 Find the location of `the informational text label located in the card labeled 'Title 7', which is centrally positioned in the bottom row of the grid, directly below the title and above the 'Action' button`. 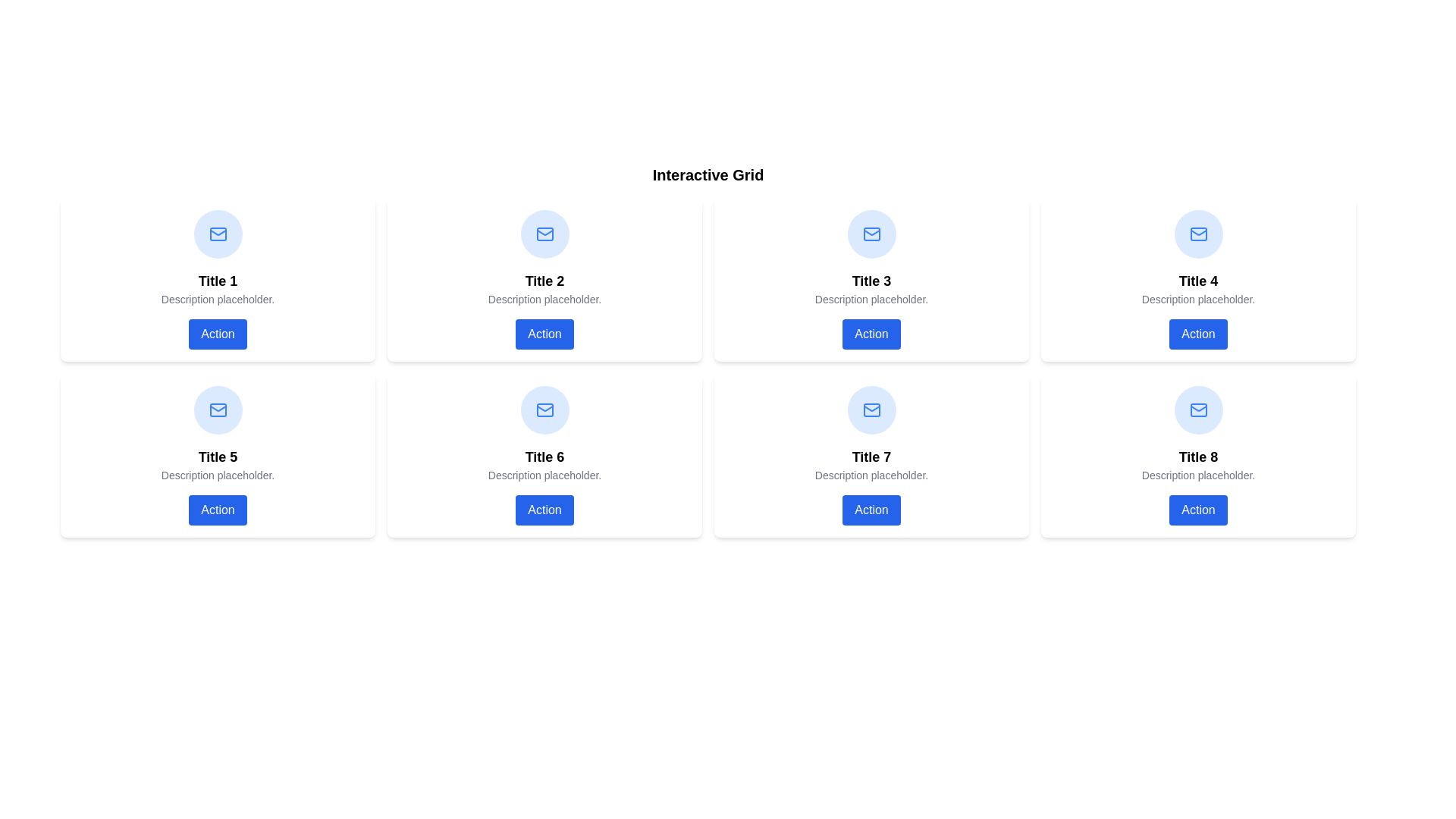

the informational text label located in the card labeled 'Title 7', which is centrally positioned in the bottom row of the grid, directly below the title and above the 'Action' button is located at coordinates (871, 475).